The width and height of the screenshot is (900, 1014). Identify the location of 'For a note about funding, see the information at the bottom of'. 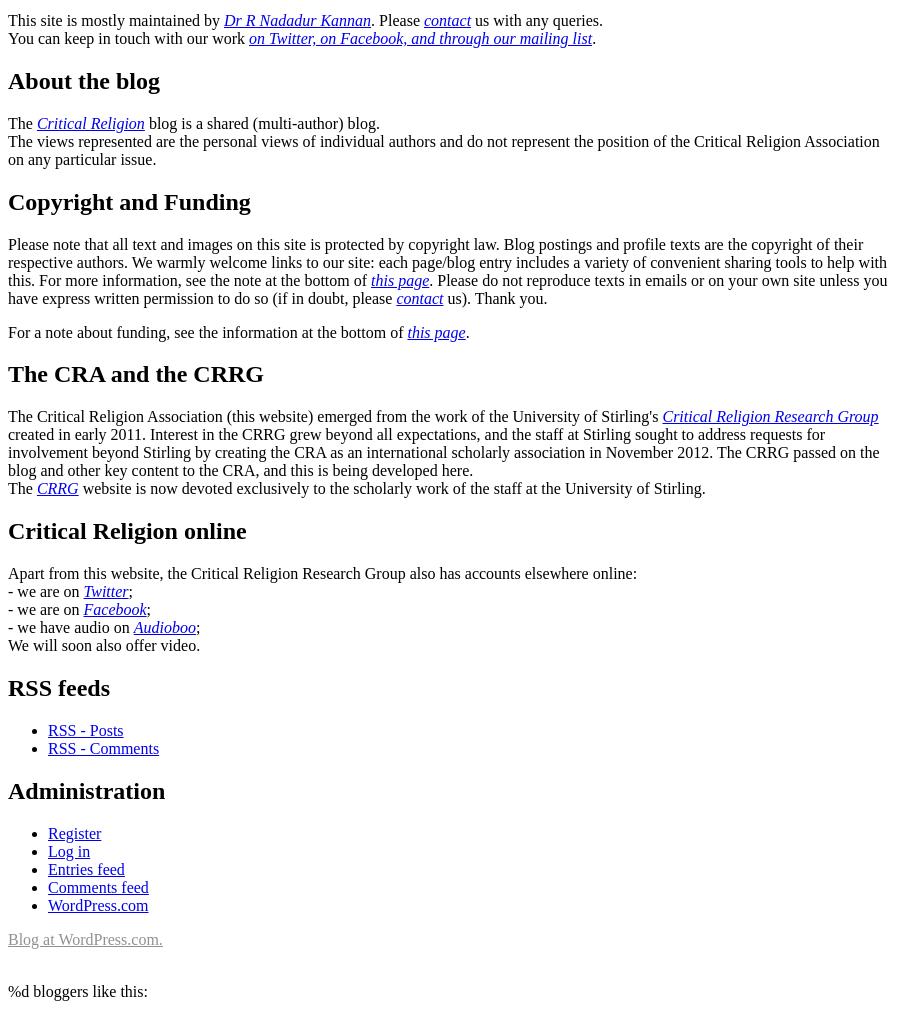
(207, 331).